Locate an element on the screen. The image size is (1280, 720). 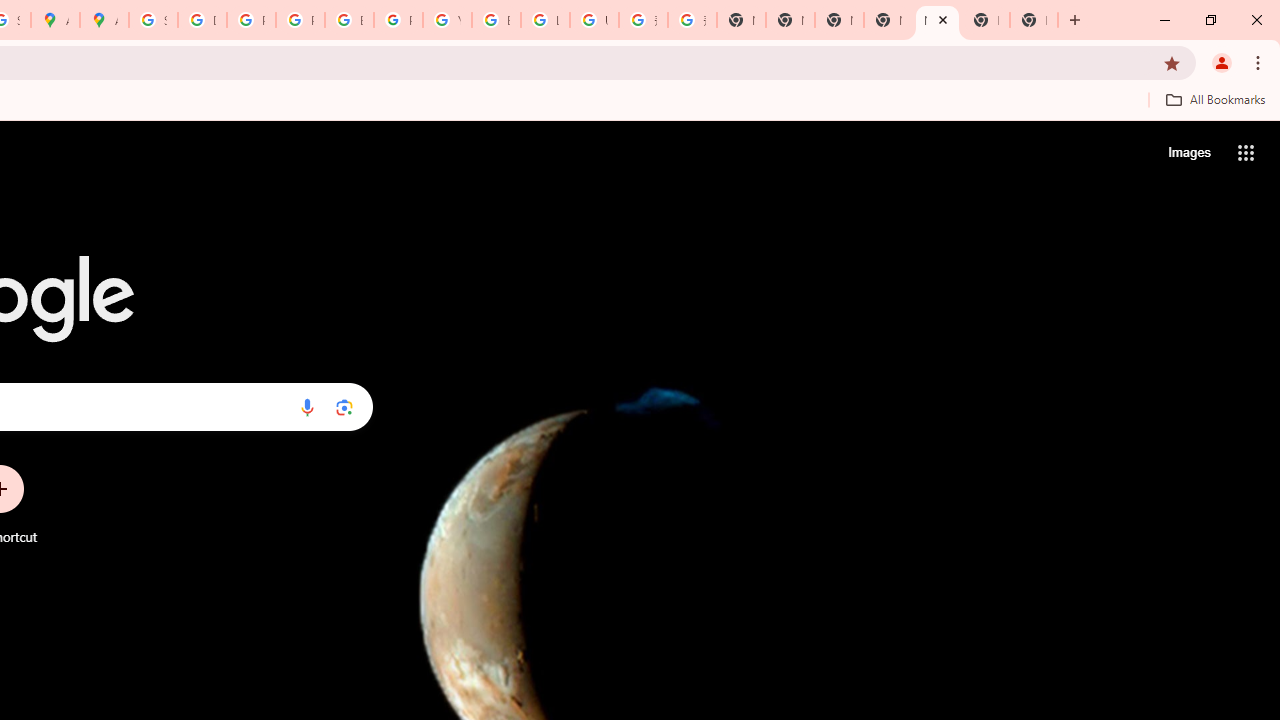
'New Tab' is located at coordinates (887, 20).